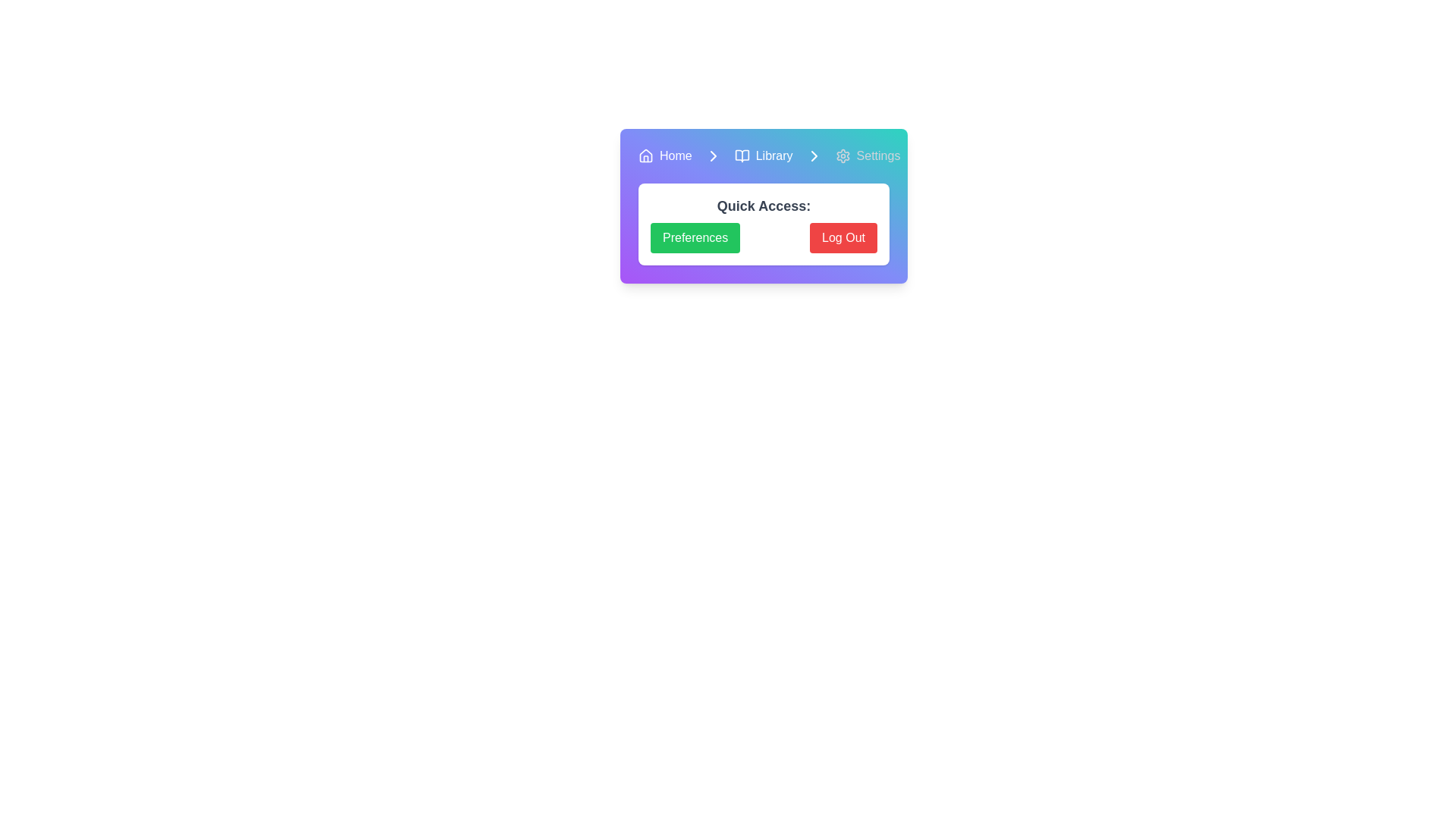 This screenshot has width=1456, height=819. I want to click on the 'Library' icon in the top navigation bar, which is positioned to the left of the text 'Library' and to the right of the 'Home' icon, so click(742, 155).